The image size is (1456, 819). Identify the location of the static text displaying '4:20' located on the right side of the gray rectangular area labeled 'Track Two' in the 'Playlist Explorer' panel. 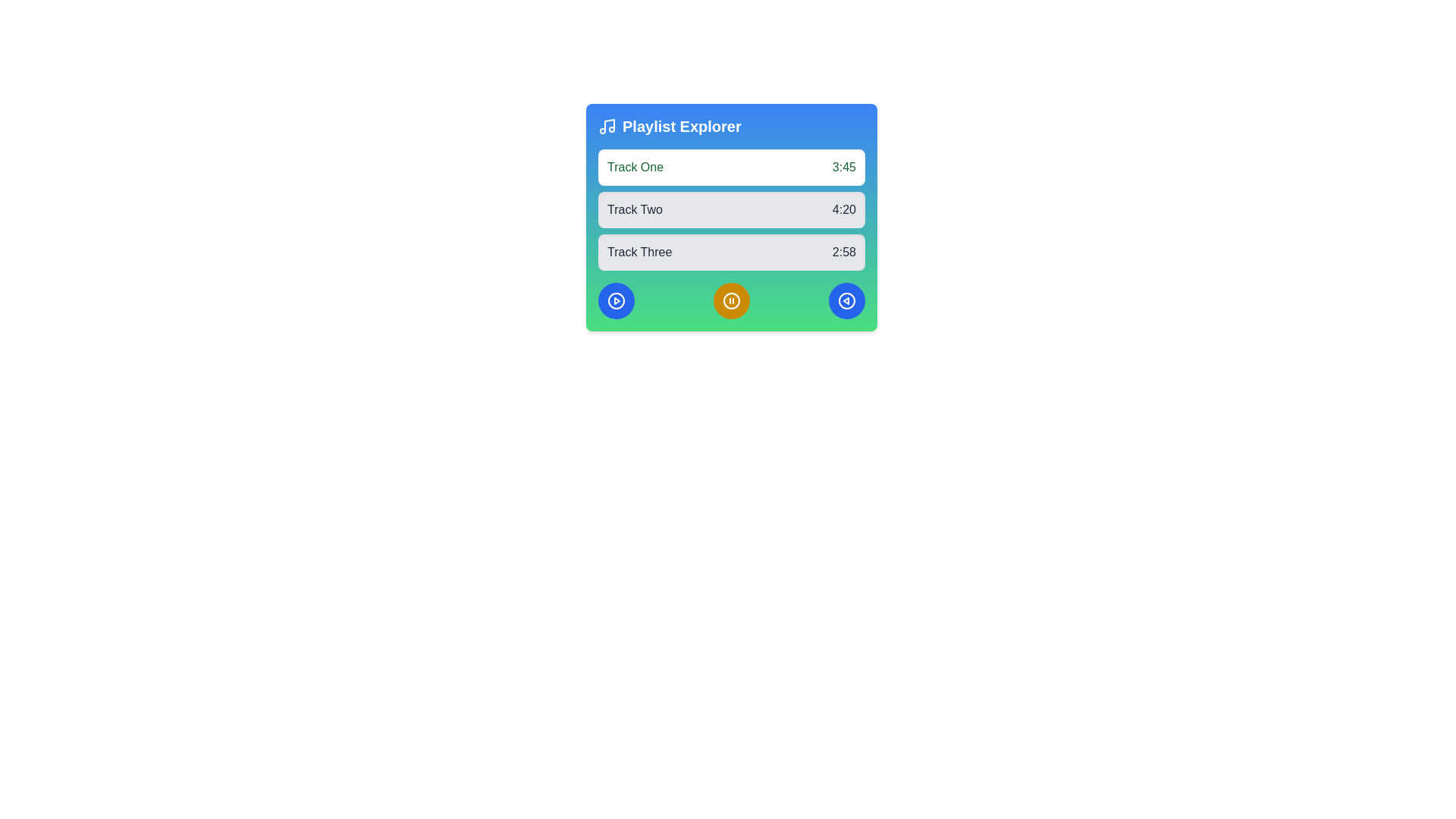
(843, 210).